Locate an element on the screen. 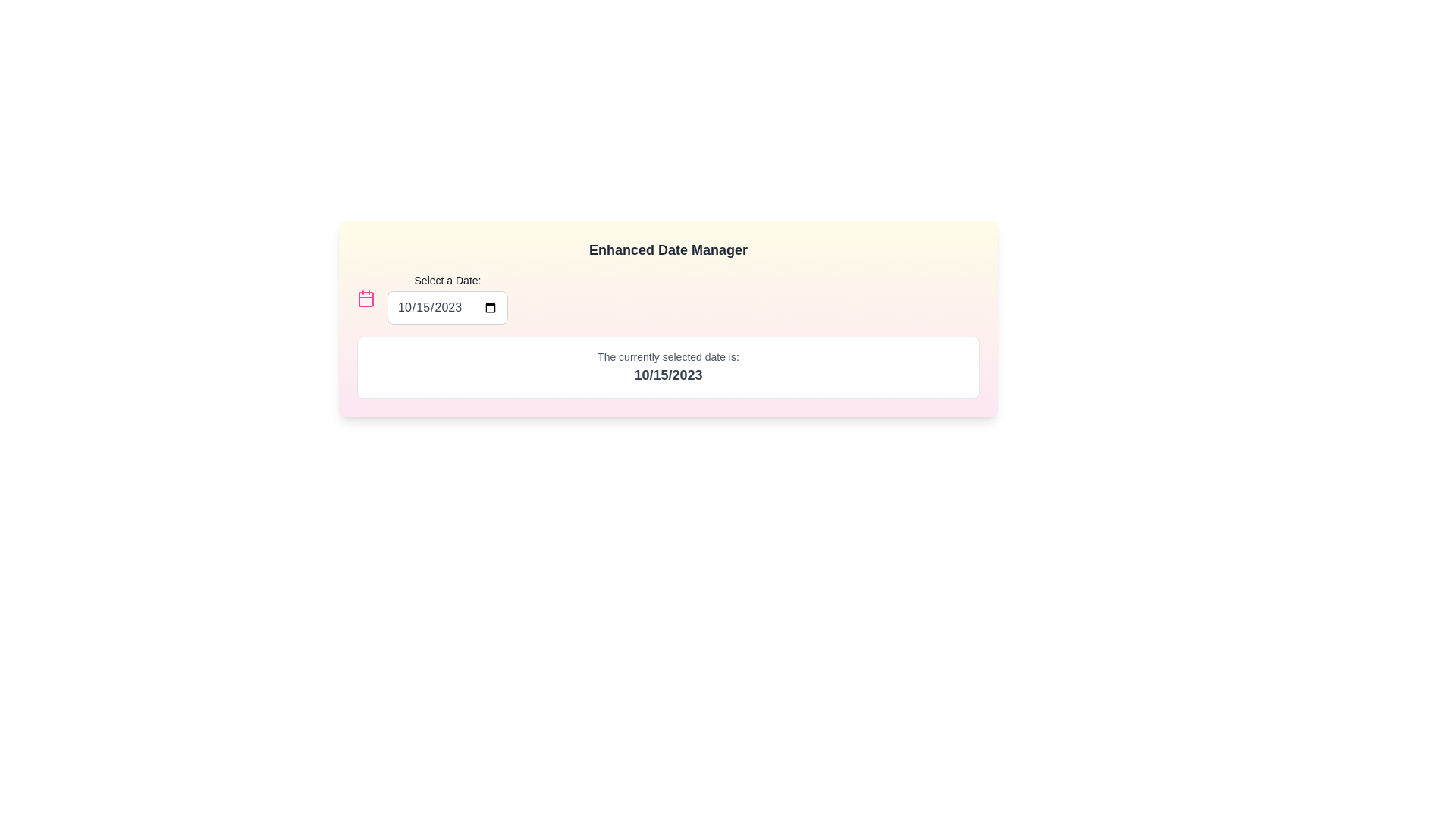 This screenshot has width=1456, height=819. descriptive label text that indicates the context for the currently selected date displayed below it, specifically located above the date text '10/15/2023' is located at coordinates (667, 356).